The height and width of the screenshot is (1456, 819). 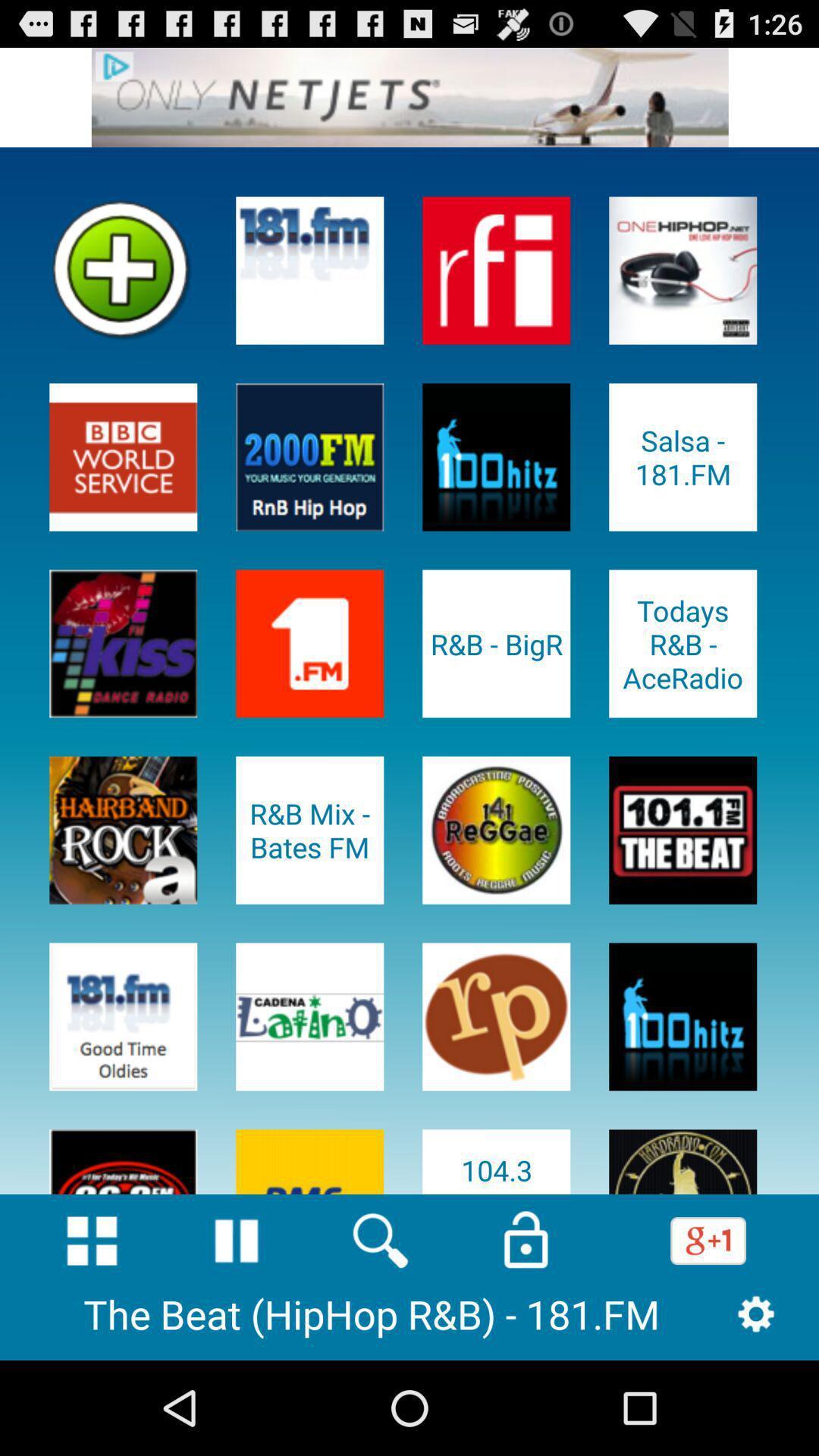 What do you see at coordinates (380, 1241) in the screenshot?
I see `search option` at bounding box center [380, 1241].